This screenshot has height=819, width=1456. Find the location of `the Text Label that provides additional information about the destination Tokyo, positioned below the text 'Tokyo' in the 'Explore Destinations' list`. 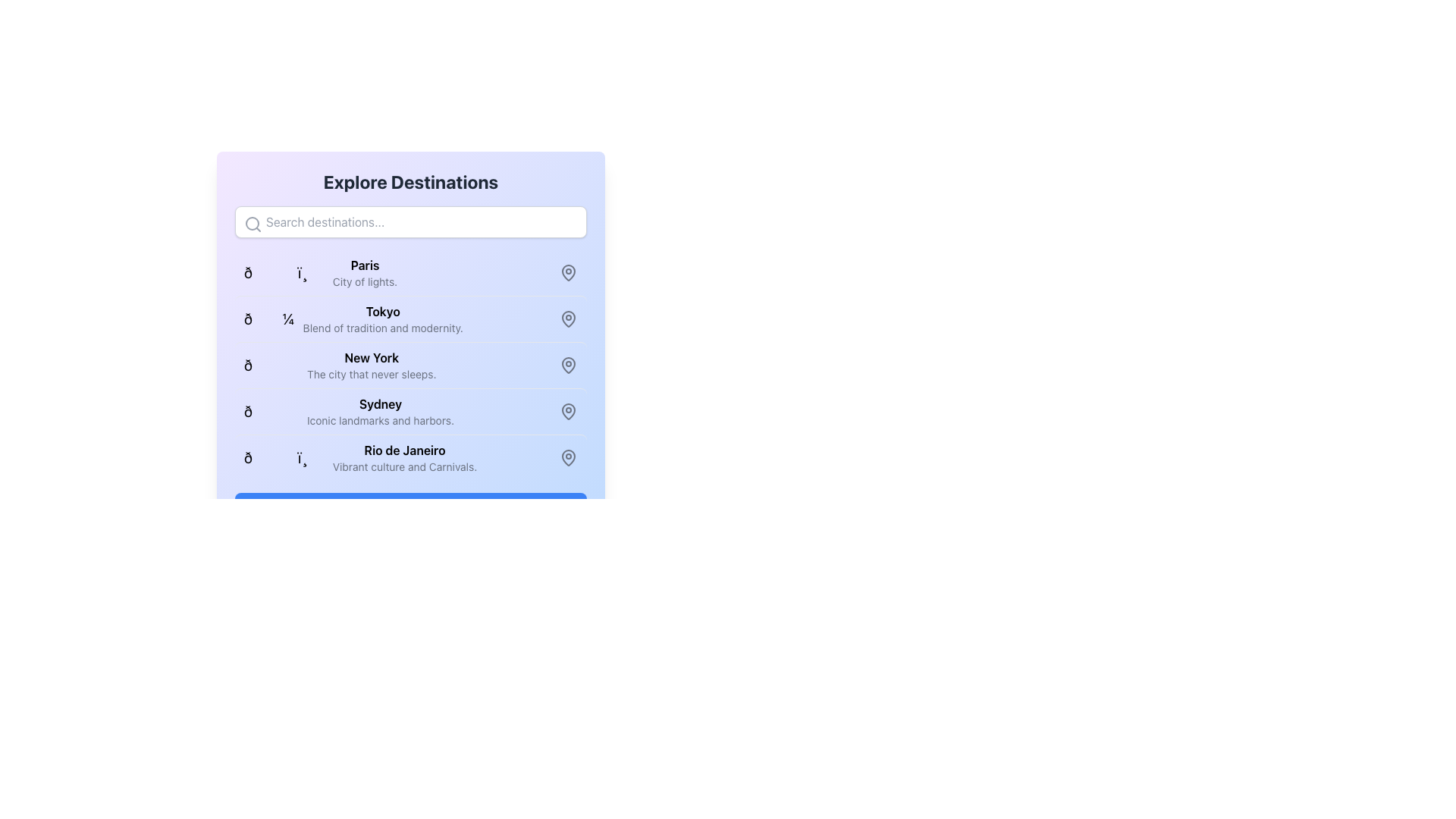

the Text Label that provides additional information about the destination Tokyo, positioned below the text 'Tokyo' in the 'Explore Destinations' list is located at coordinates (383, 327).